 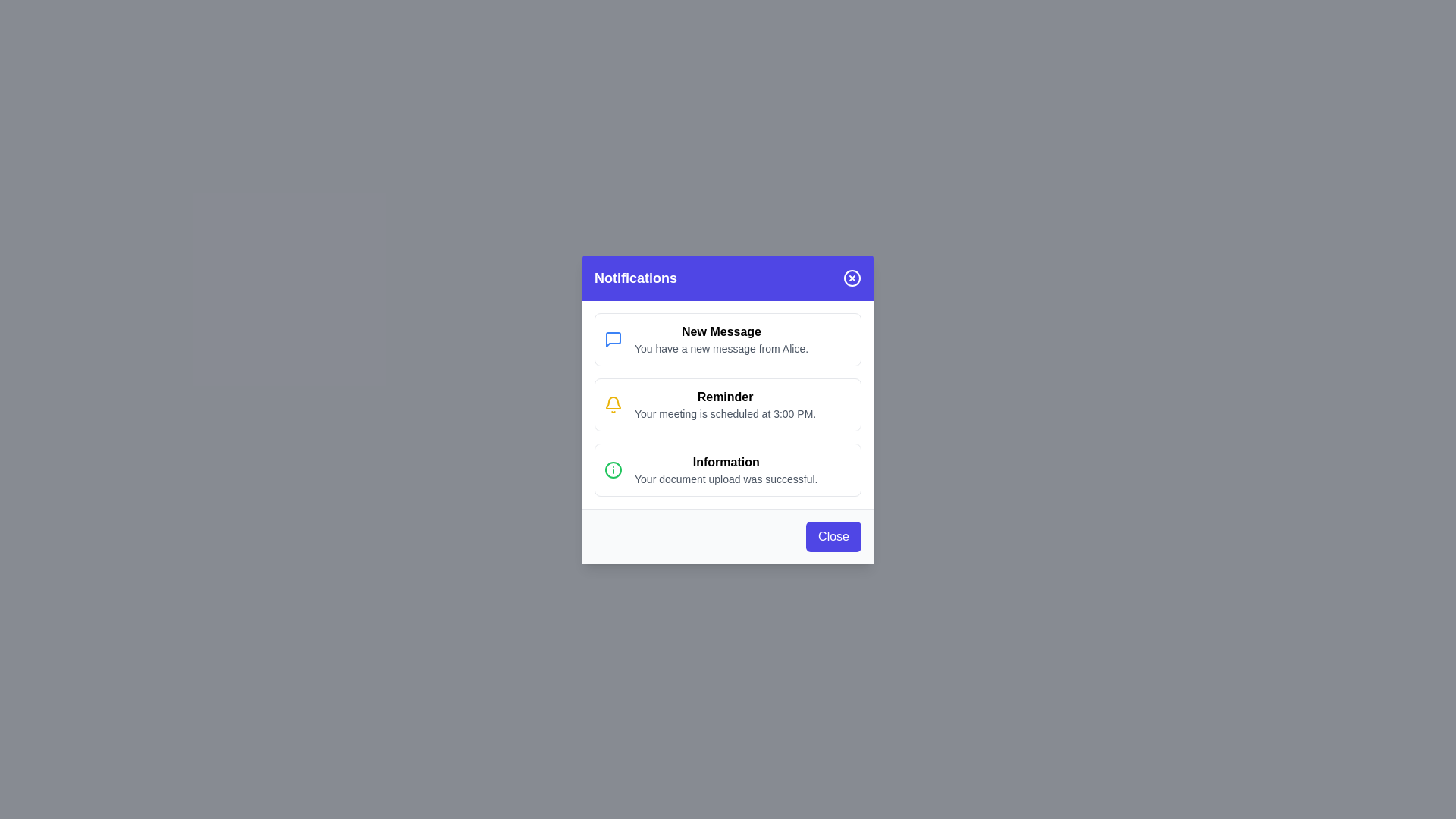 What do you see at coordinates (852, 278) in the screenshot?
I see `the close icon at the top-right corner of the notification dialog` at bounding box center [852, 278].